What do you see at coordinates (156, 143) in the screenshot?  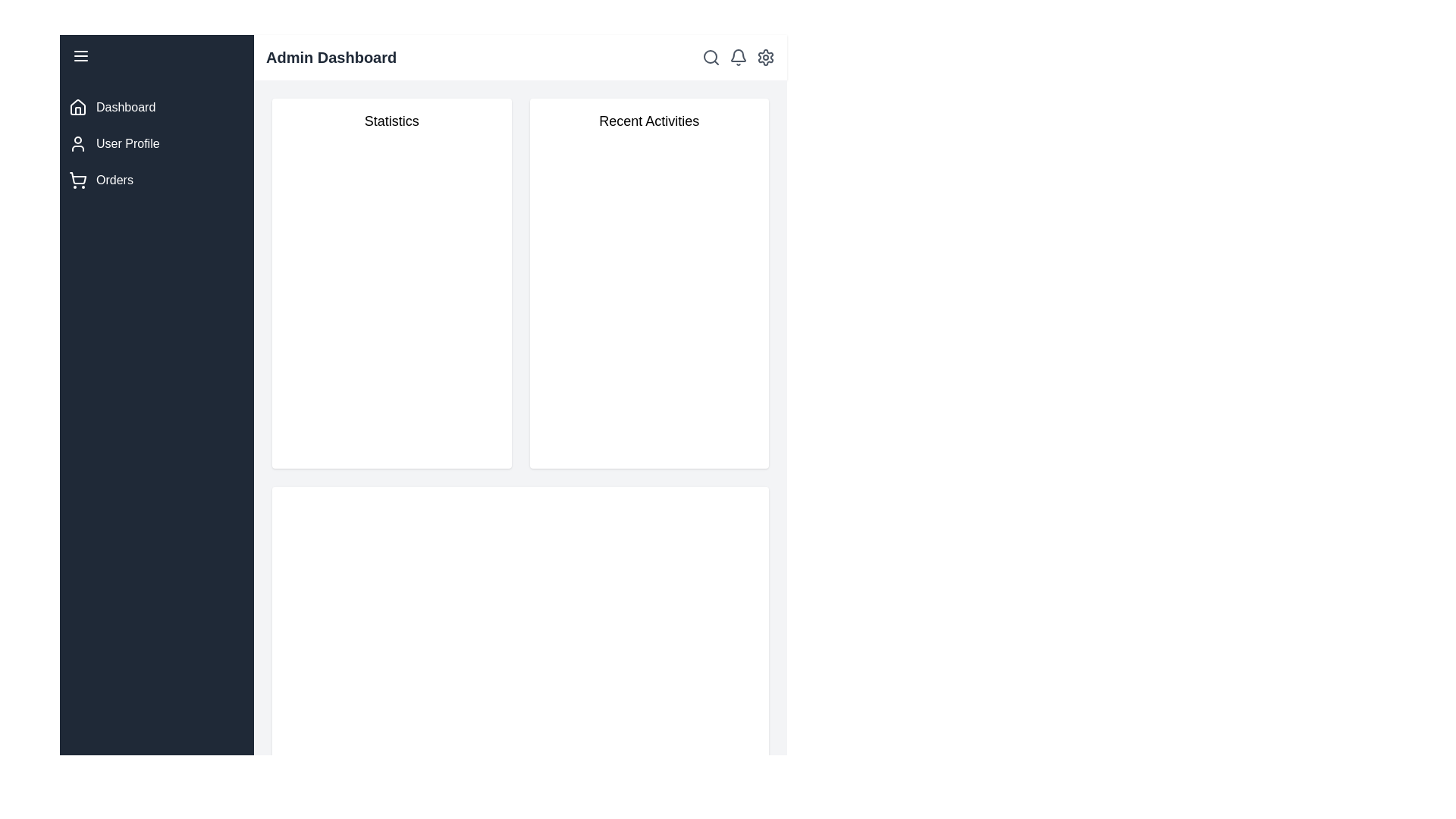 I see `the 'User Profile' menu item in the vertical navigation menu` at bounding box center [156, 143].